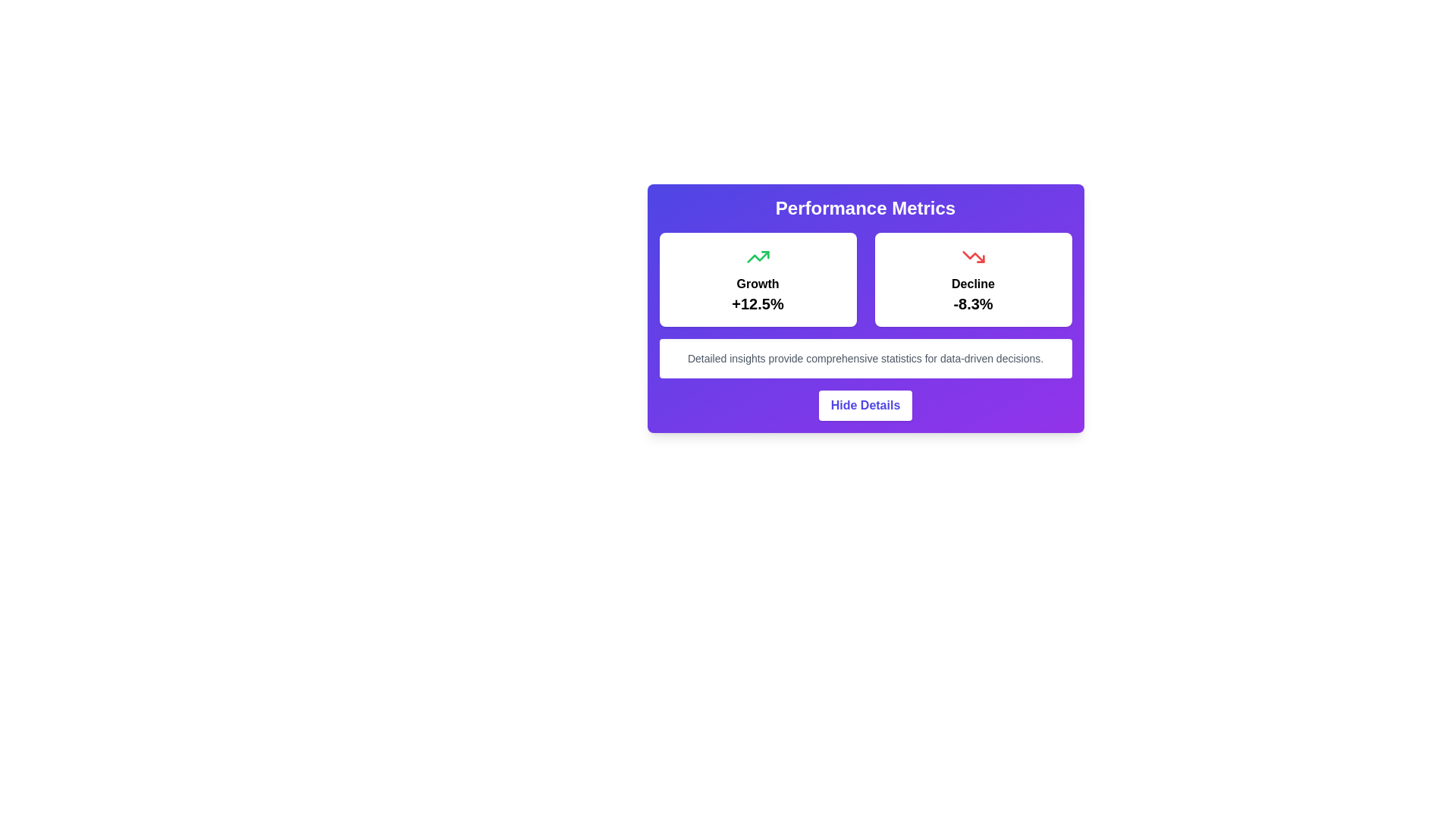 This screenshot has width=1456, height=819. Describe the element at coordinates (865, 405) in the screenshot. I see `the 'Hide Details' button, which is a rectangular button with a white background and indigo text, located centrally at the bottom of the 'Performance Metrics' card` at that location.